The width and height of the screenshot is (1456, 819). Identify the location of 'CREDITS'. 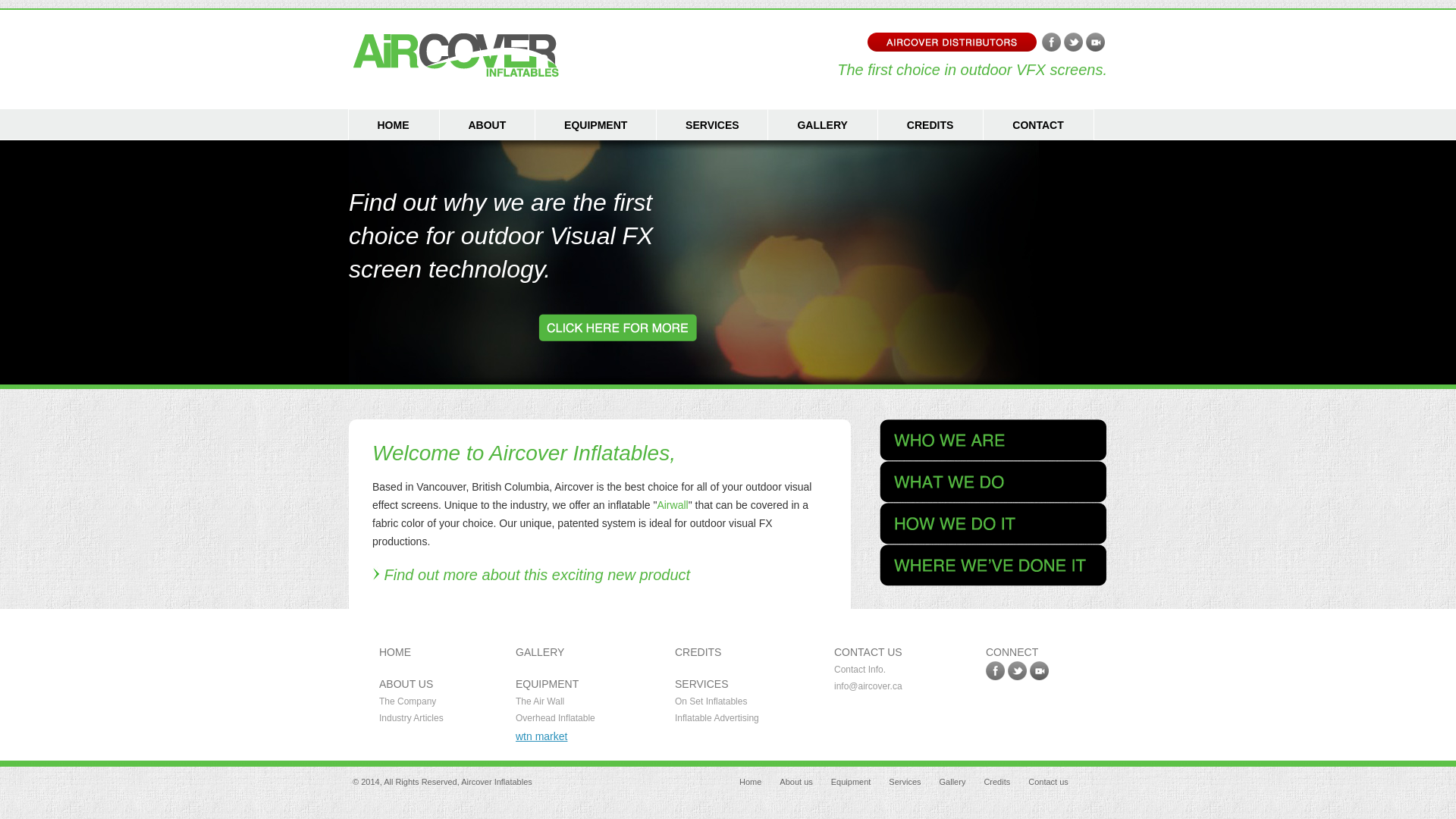
(697, 651).